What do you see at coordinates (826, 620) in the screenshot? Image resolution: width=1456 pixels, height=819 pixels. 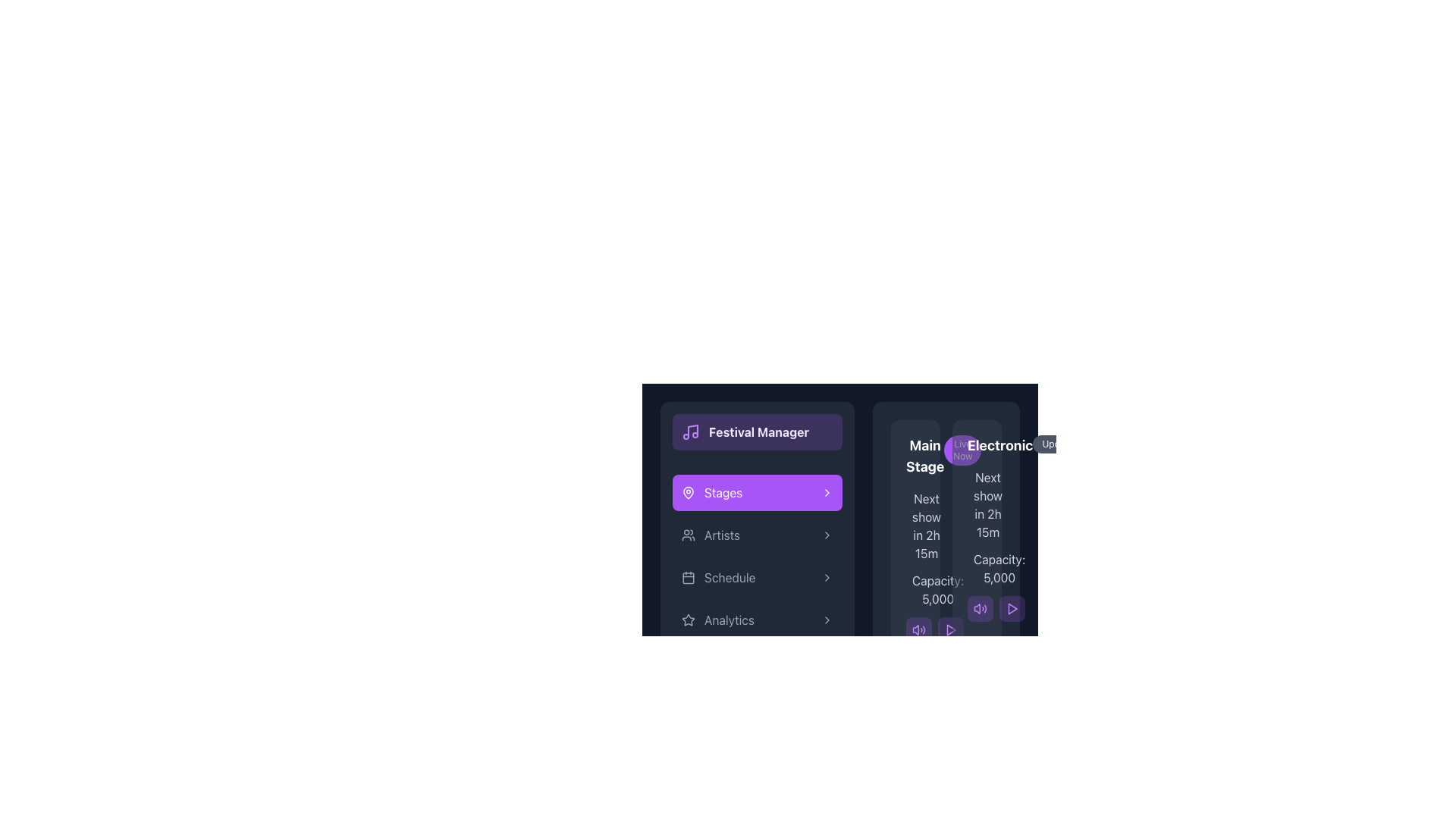 I see `the Chevron Icon located at the rightmost part of the row associated with the 'Analytics' text` at bounding box center [826, 620].